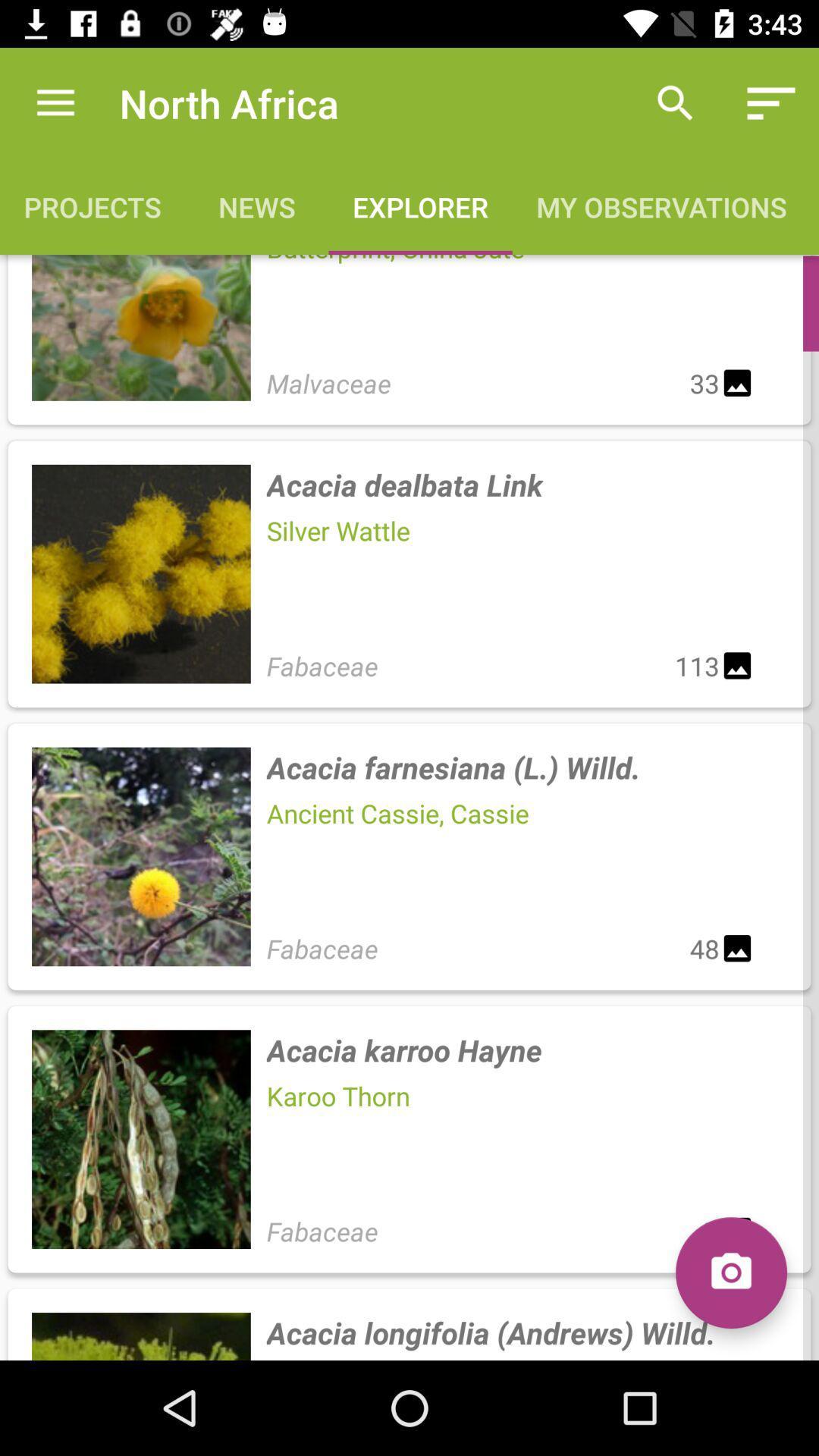 The width and height of the screenshot is (819, 1456). Describe the element at coordinates (55, 102) in the screenshot. I see `item above the projects` at that location.